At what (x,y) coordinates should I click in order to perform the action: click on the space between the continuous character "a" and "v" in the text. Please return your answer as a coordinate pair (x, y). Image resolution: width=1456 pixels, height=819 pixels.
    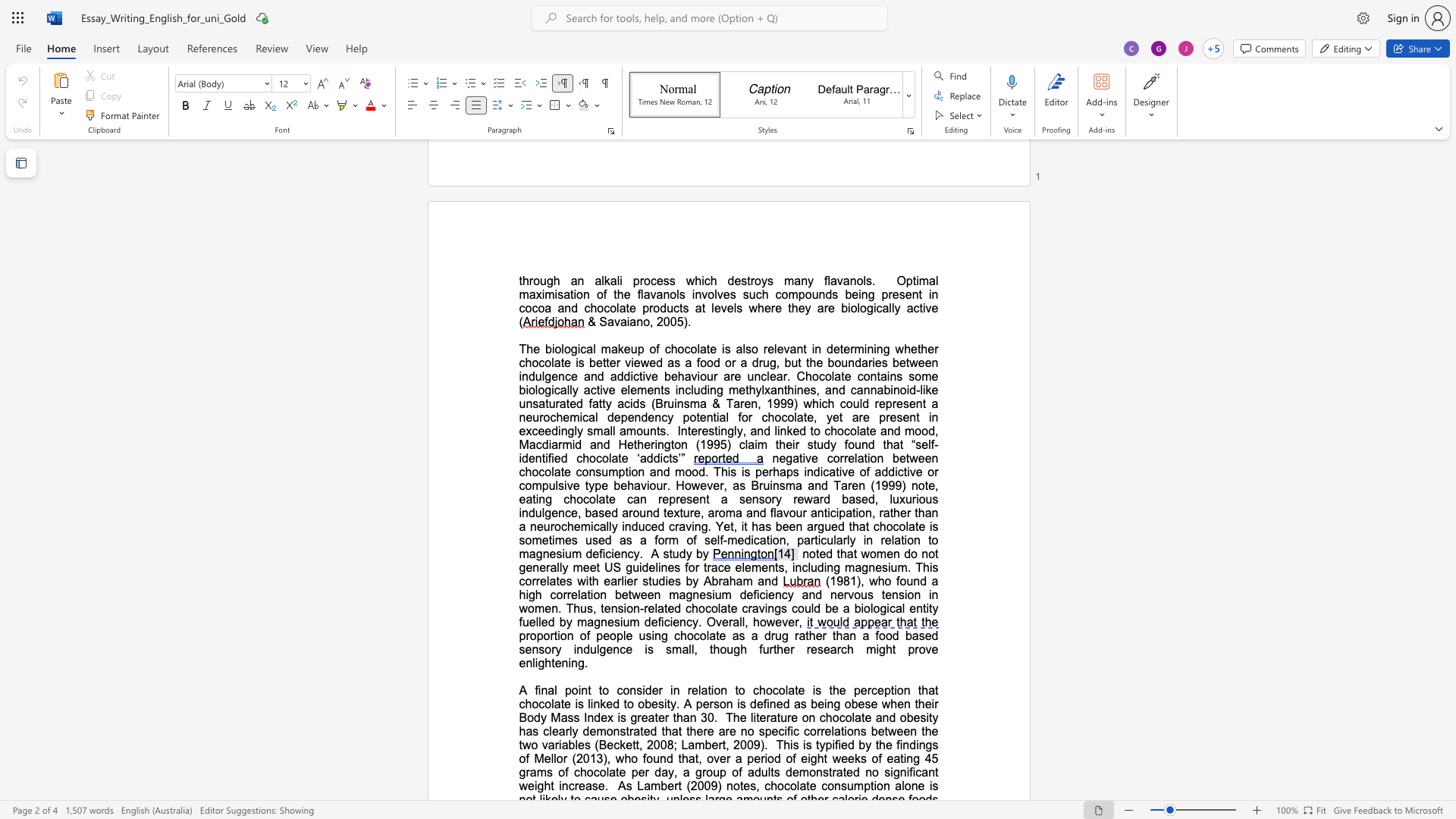
    Looking at the image, I should click on (836, 281).